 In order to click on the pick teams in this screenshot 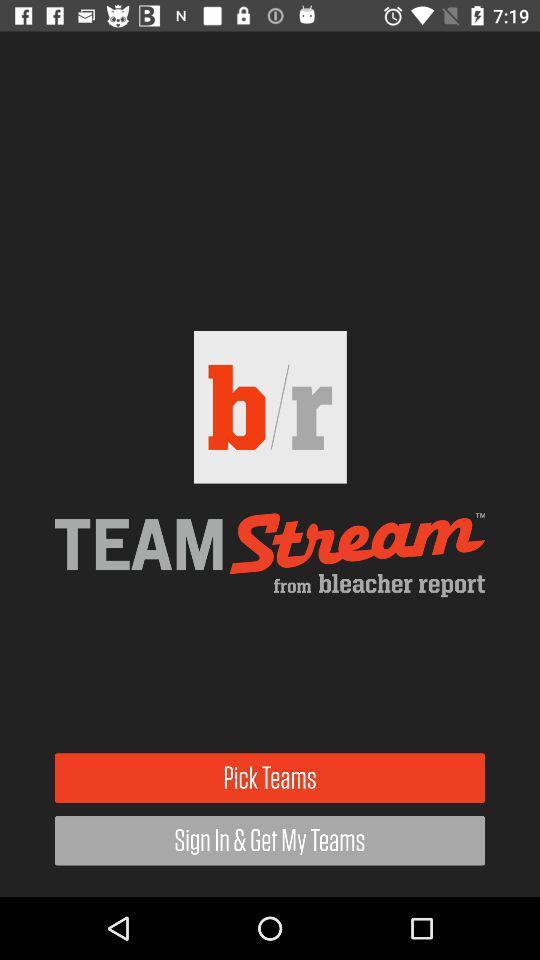, I will do `click(270, 777)`.